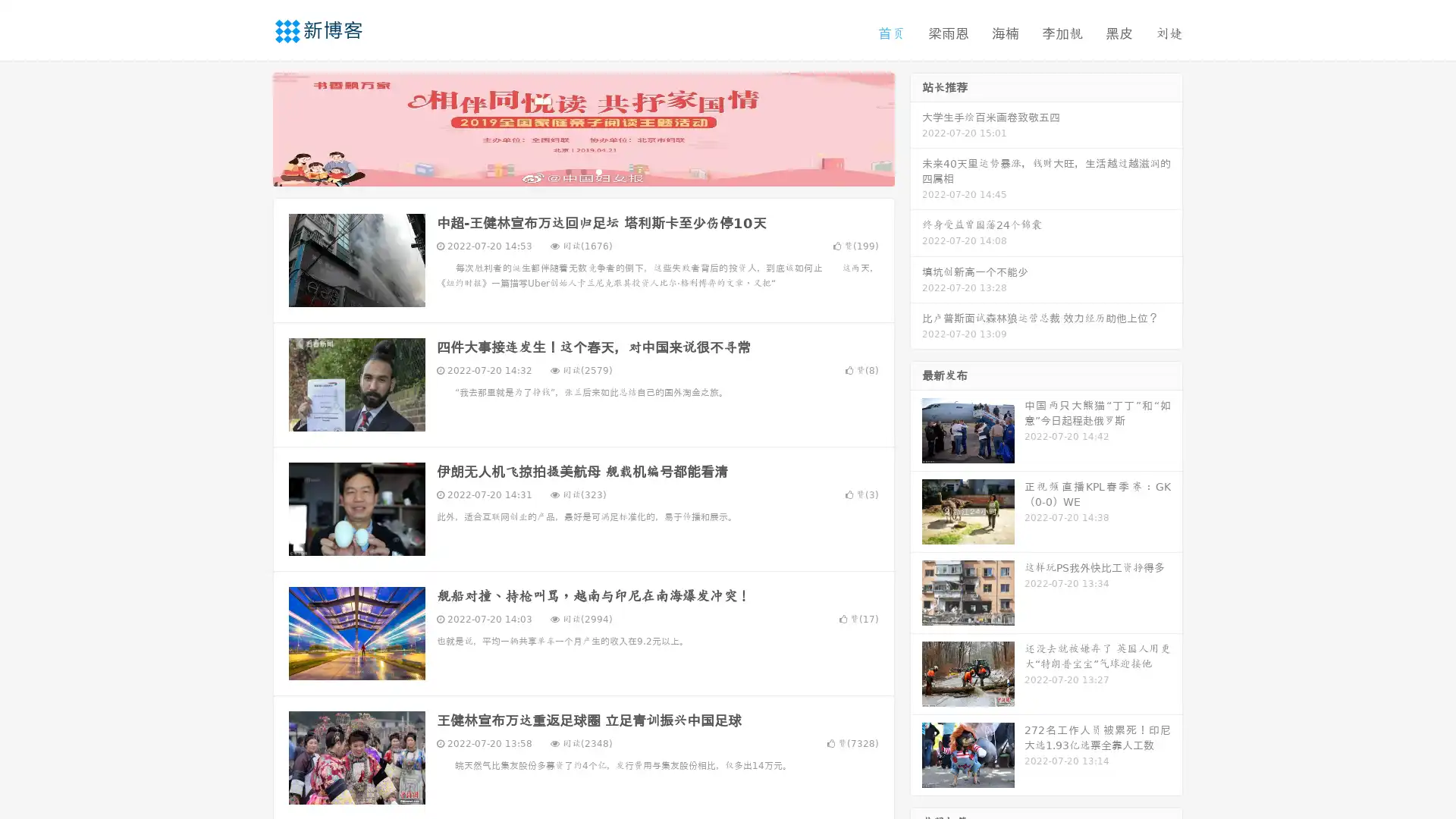 The image size is (1456, 819). Describe the element at coordinates (582, 171) in the screenshot. I see `Go to slide 2` at that location.